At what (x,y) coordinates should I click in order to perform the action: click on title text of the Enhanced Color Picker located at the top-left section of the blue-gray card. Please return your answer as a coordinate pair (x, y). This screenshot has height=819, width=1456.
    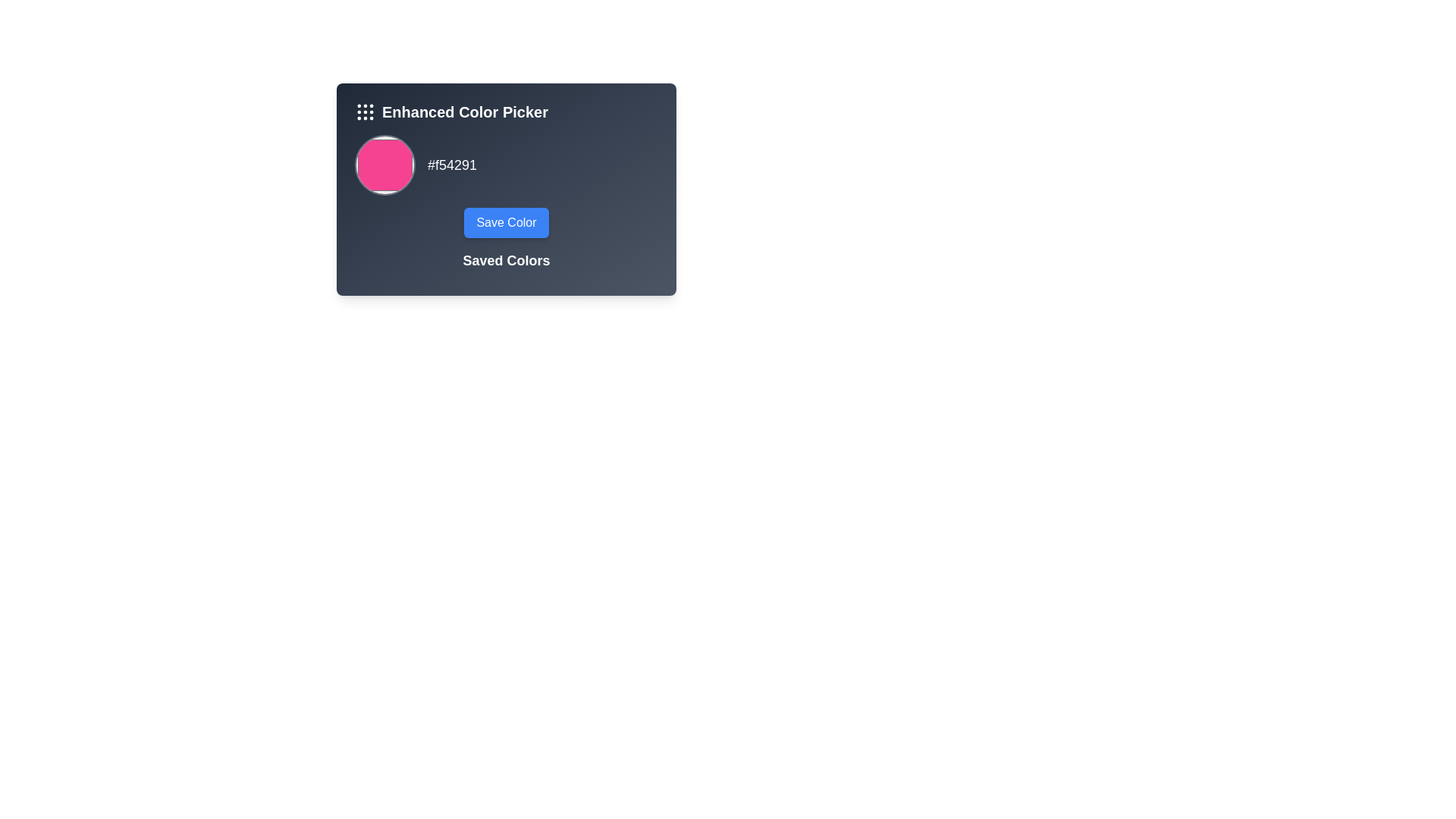
    Looking at the image, I should click on (506, 111).